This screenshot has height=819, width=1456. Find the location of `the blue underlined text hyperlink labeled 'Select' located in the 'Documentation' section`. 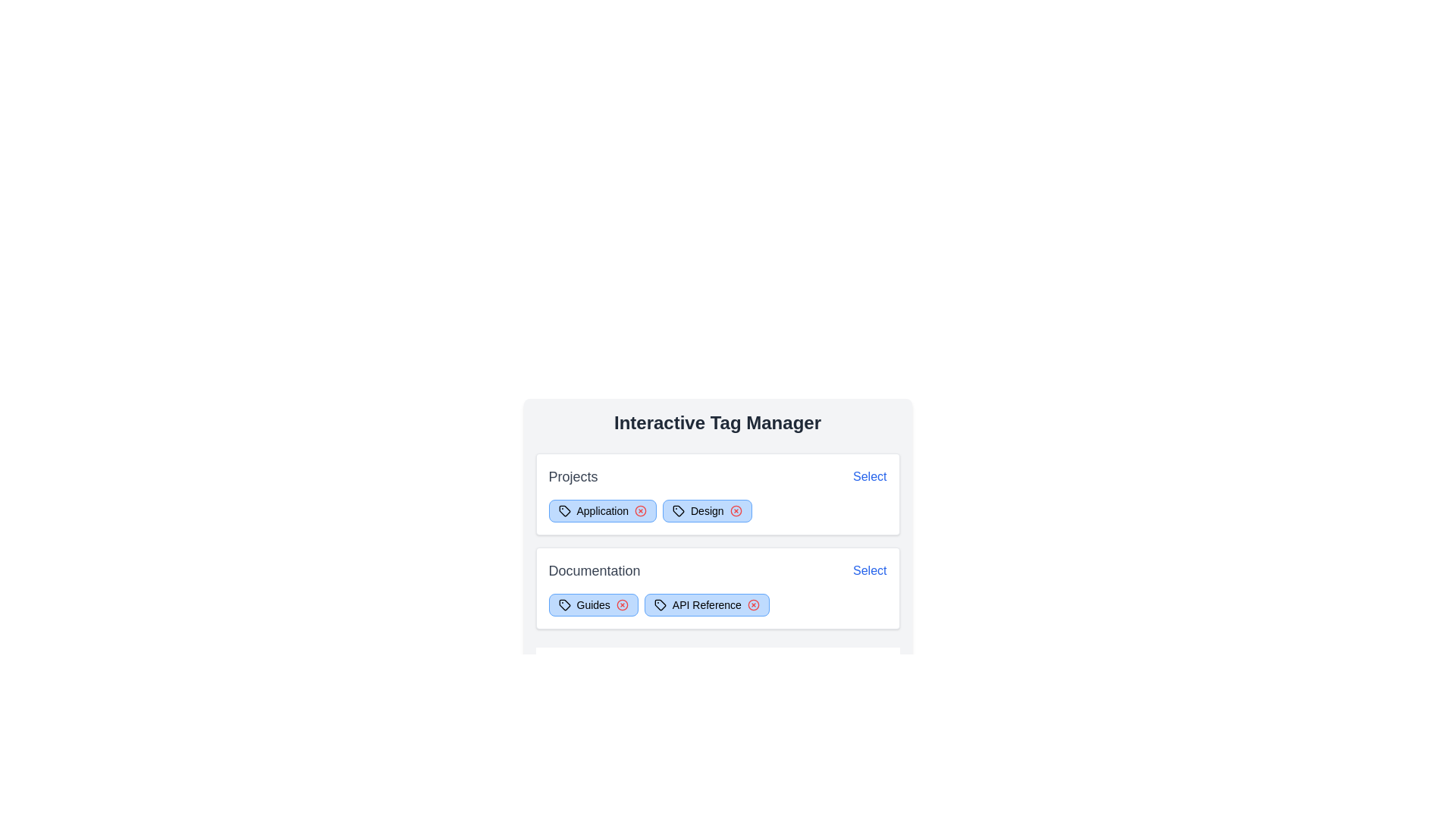

the blue underlined text hyperlink labeled 'Select' located in the 'Documentation' section is located at coordinates (870, 570).